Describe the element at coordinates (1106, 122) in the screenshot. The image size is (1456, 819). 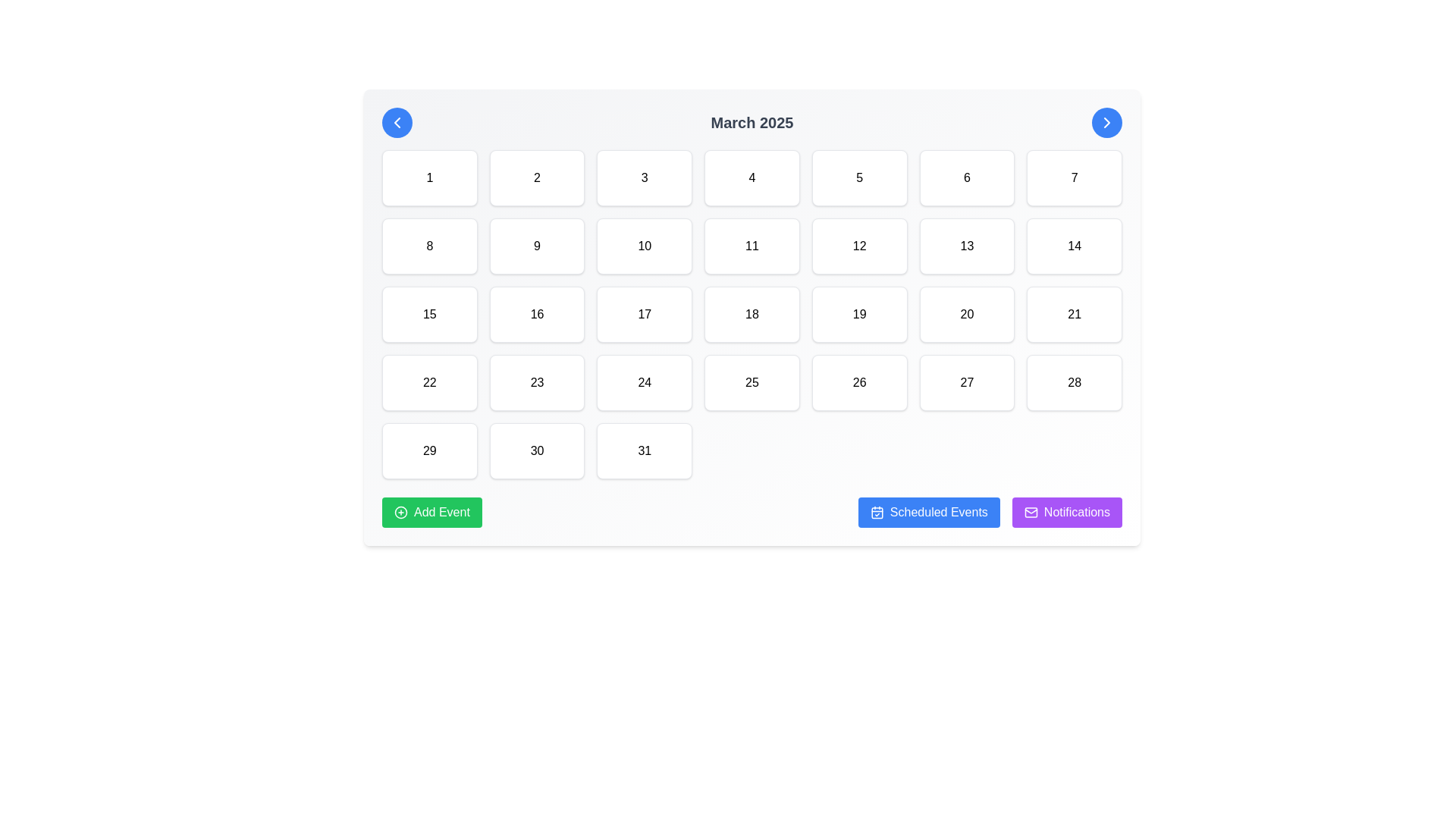
I see `the Chevron icon located in the blue circular button at the top-right corner above the calendar` at that location.